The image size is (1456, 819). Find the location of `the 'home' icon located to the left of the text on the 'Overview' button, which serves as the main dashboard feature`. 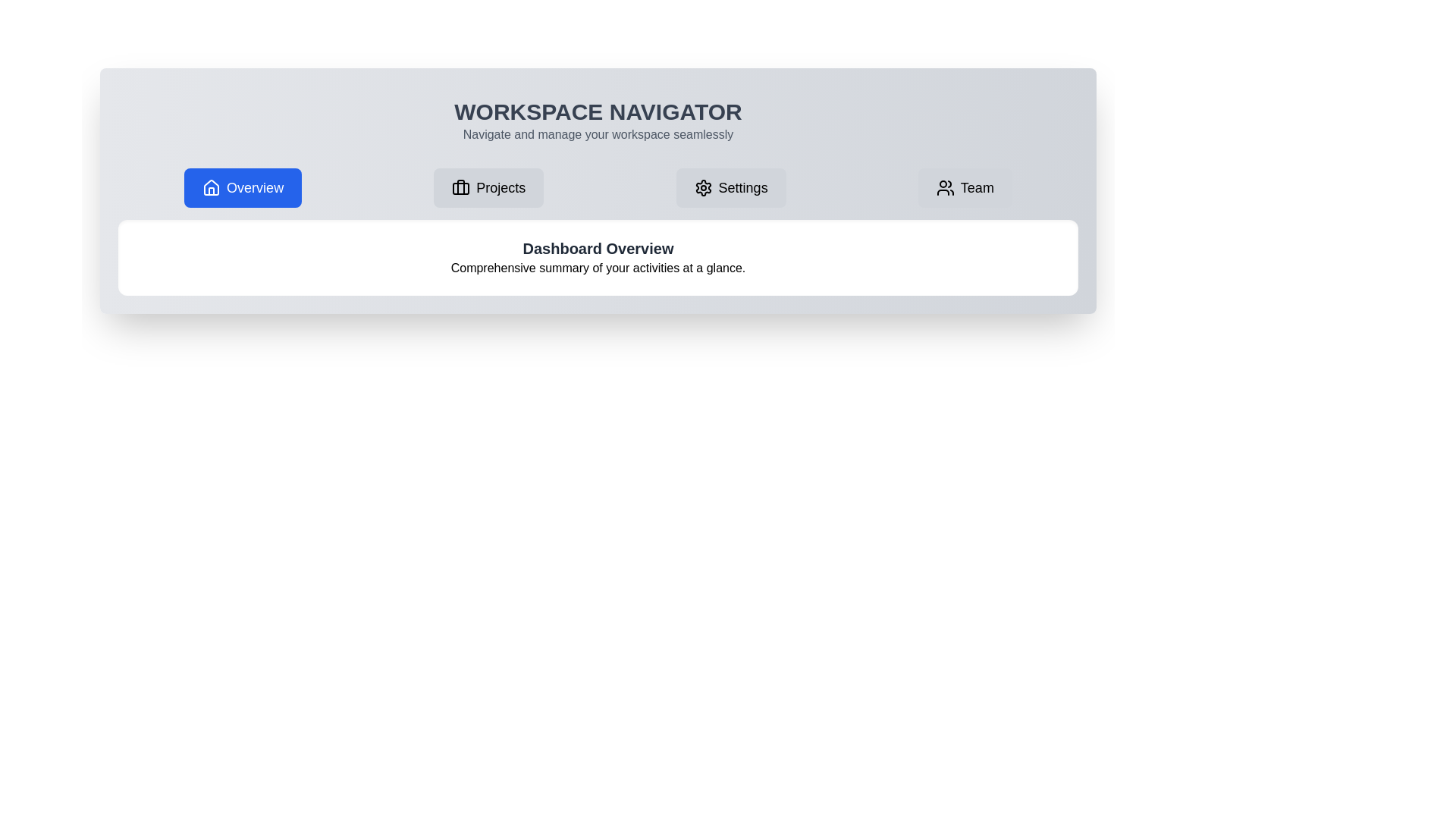

the 'home' icon located to the left of the text on the 'Overview' button, which serves as the main dashboard feature is located at coordinates (211, 187).